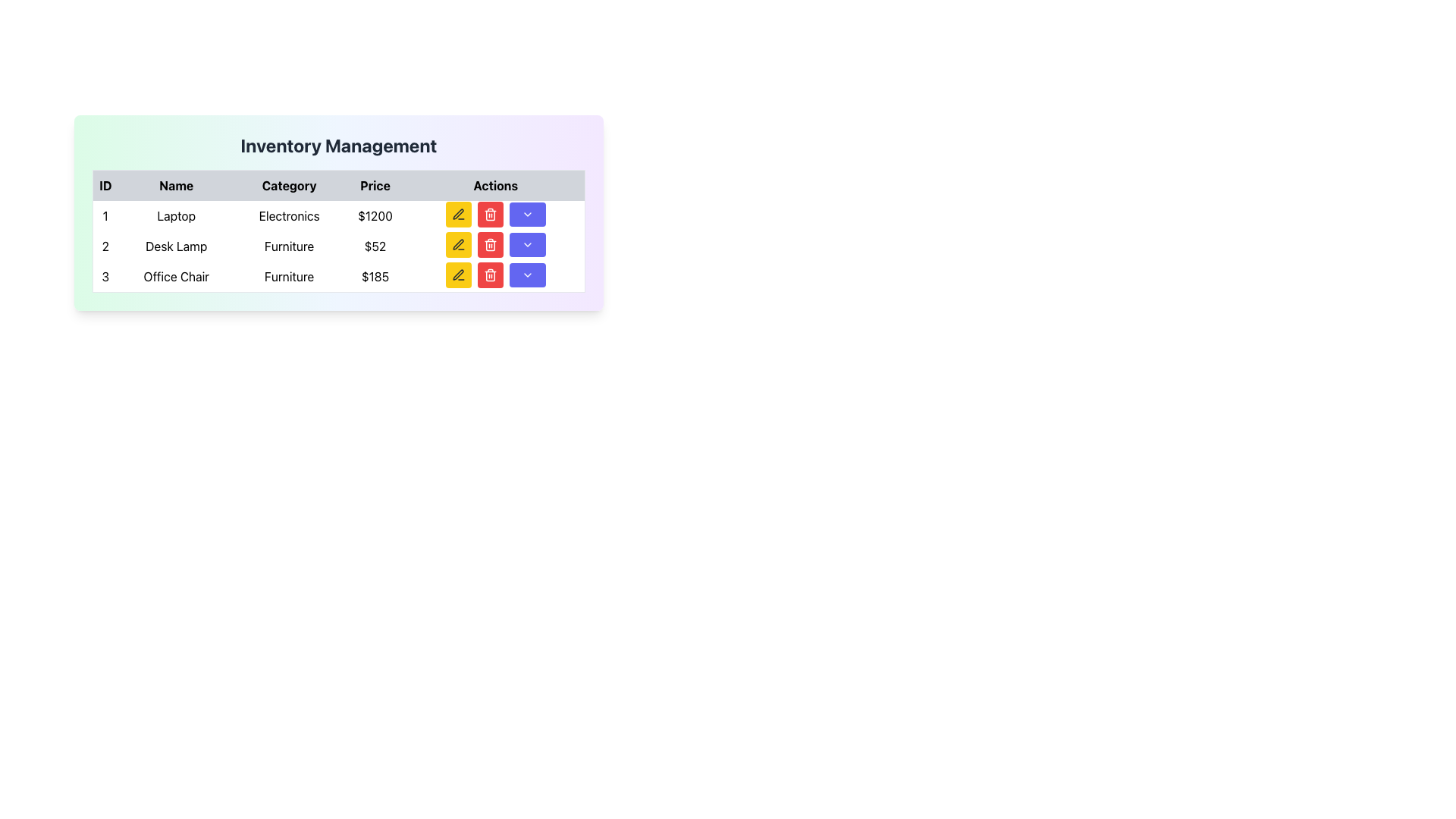  I want to click on on the 'Laptop' text label in the first row and second column of the inventory table, so click(175, 216).